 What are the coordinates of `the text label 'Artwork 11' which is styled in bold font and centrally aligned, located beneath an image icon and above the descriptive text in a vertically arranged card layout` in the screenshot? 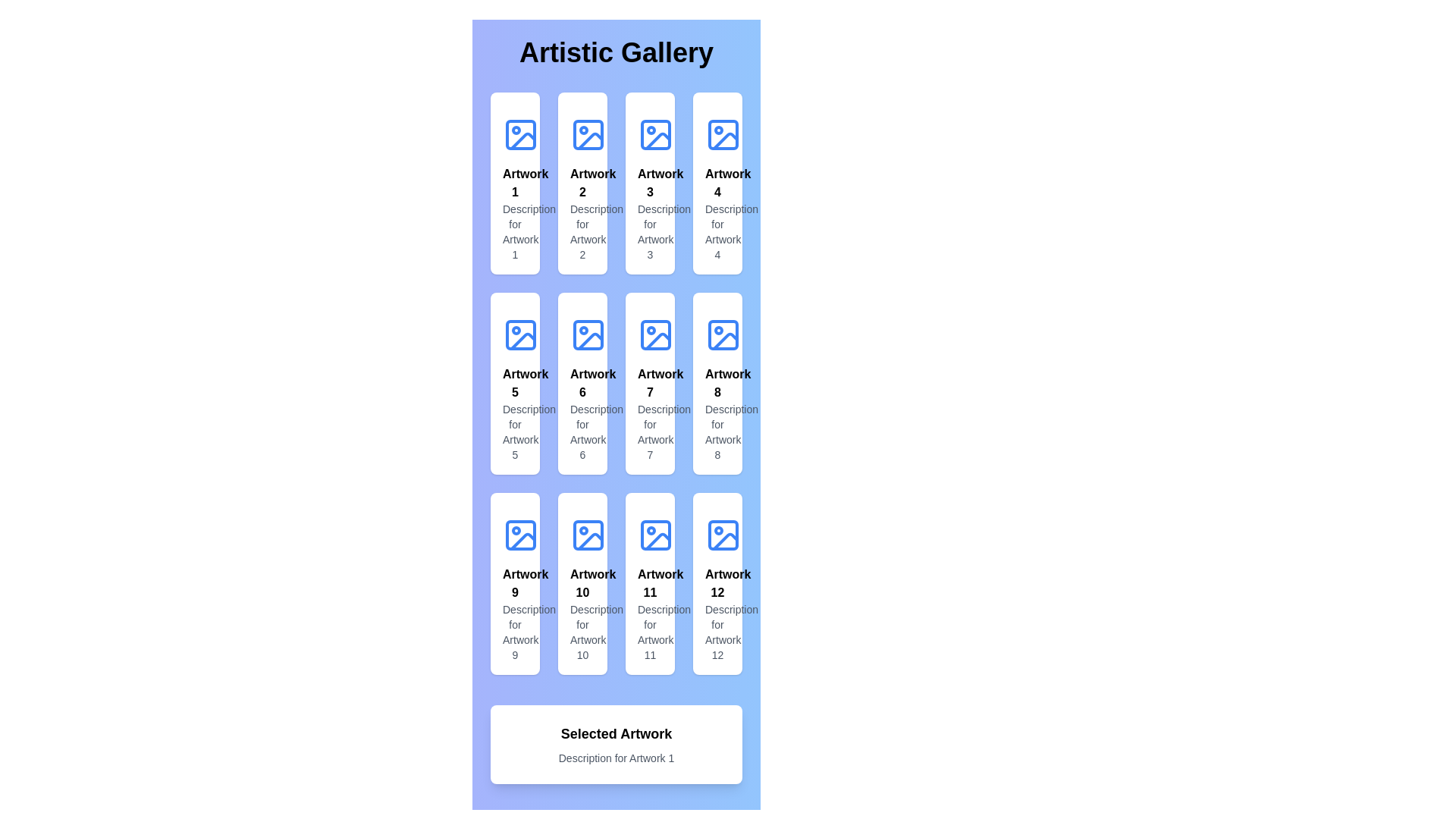 It's located at (650, 583).